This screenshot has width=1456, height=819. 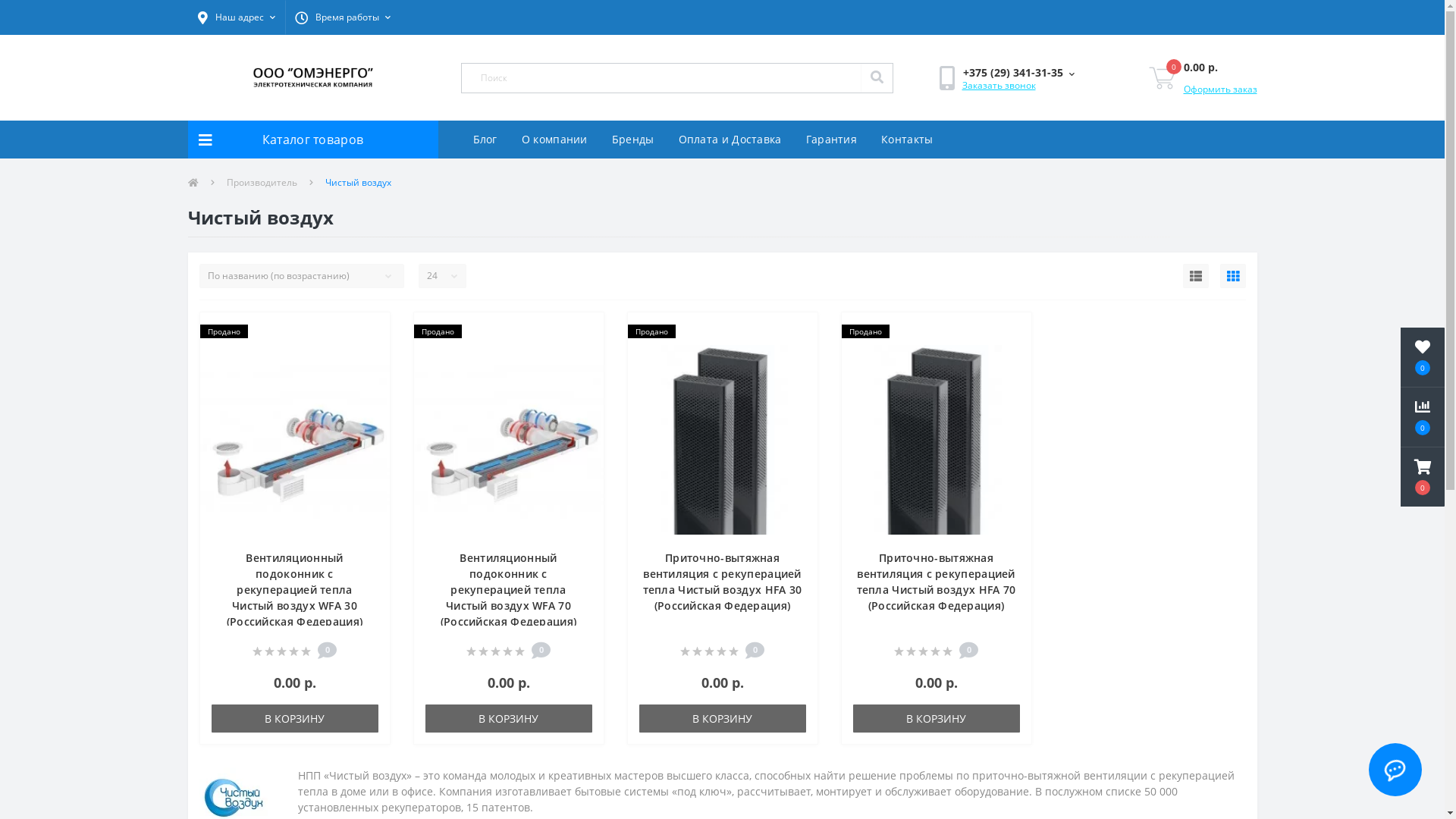 What do you see at coordinates (1400, 417) in the screenshot?
I see `'0'` at bounding box center [1400, 417].